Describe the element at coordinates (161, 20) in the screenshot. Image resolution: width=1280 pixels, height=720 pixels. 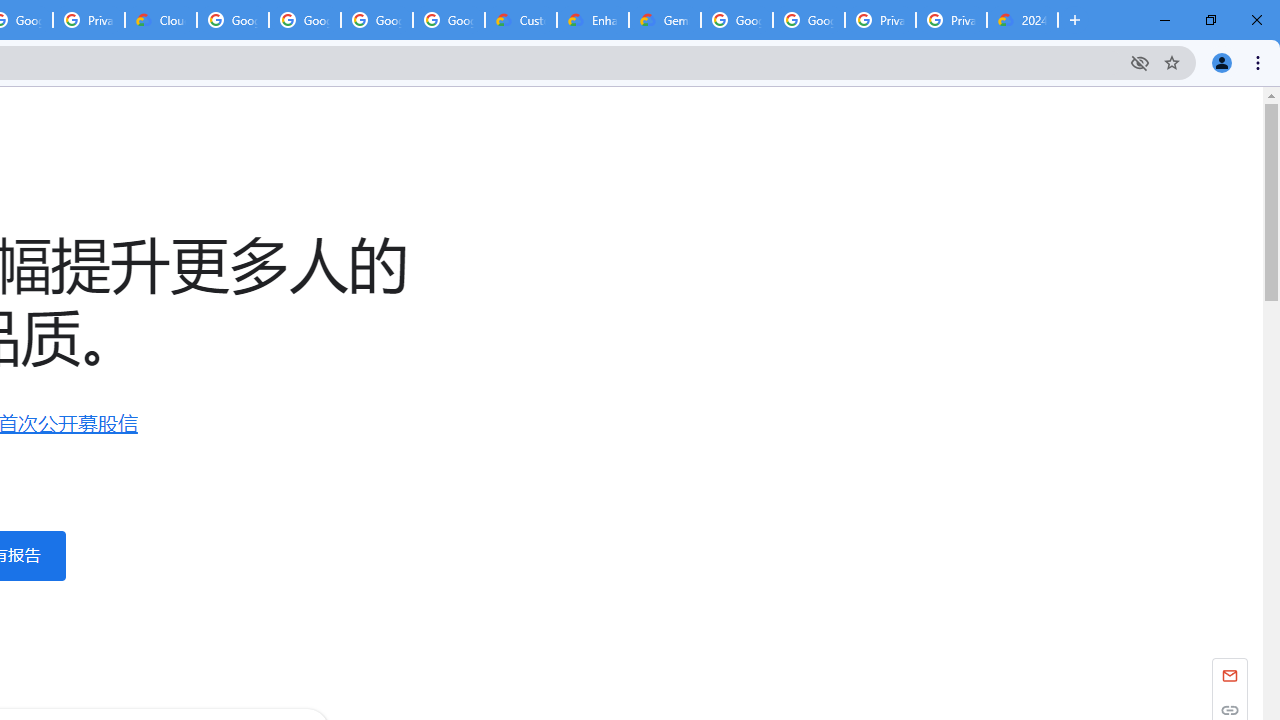
I see `'Cloud Data Processing Addendum | Google Cloud'` at that location.